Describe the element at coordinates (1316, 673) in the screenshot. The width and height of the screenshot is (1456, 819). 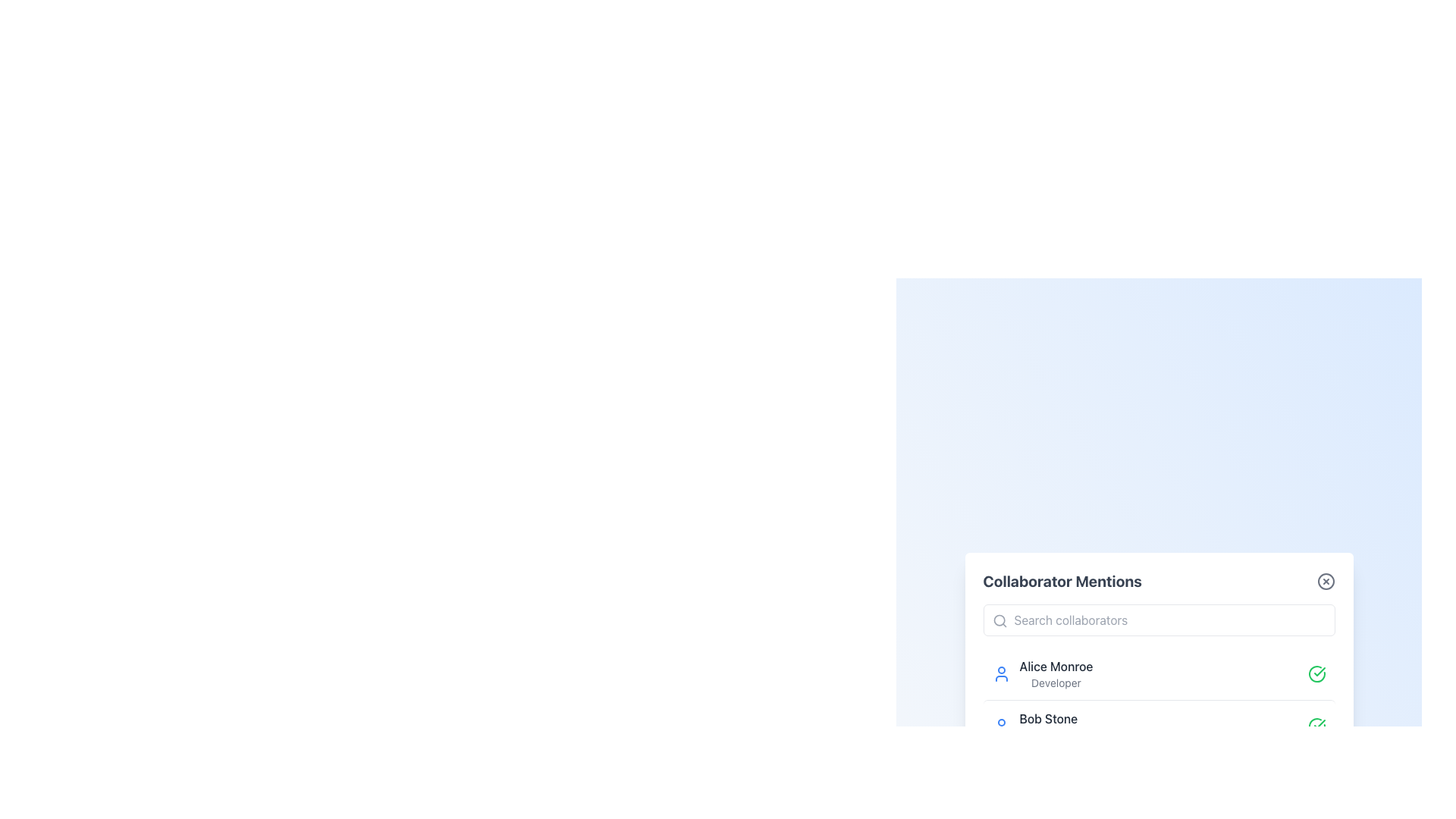
I see `the circular green check icon positioned to the far right of the entry labeled 'Alice Monroe Developer'` at that location.